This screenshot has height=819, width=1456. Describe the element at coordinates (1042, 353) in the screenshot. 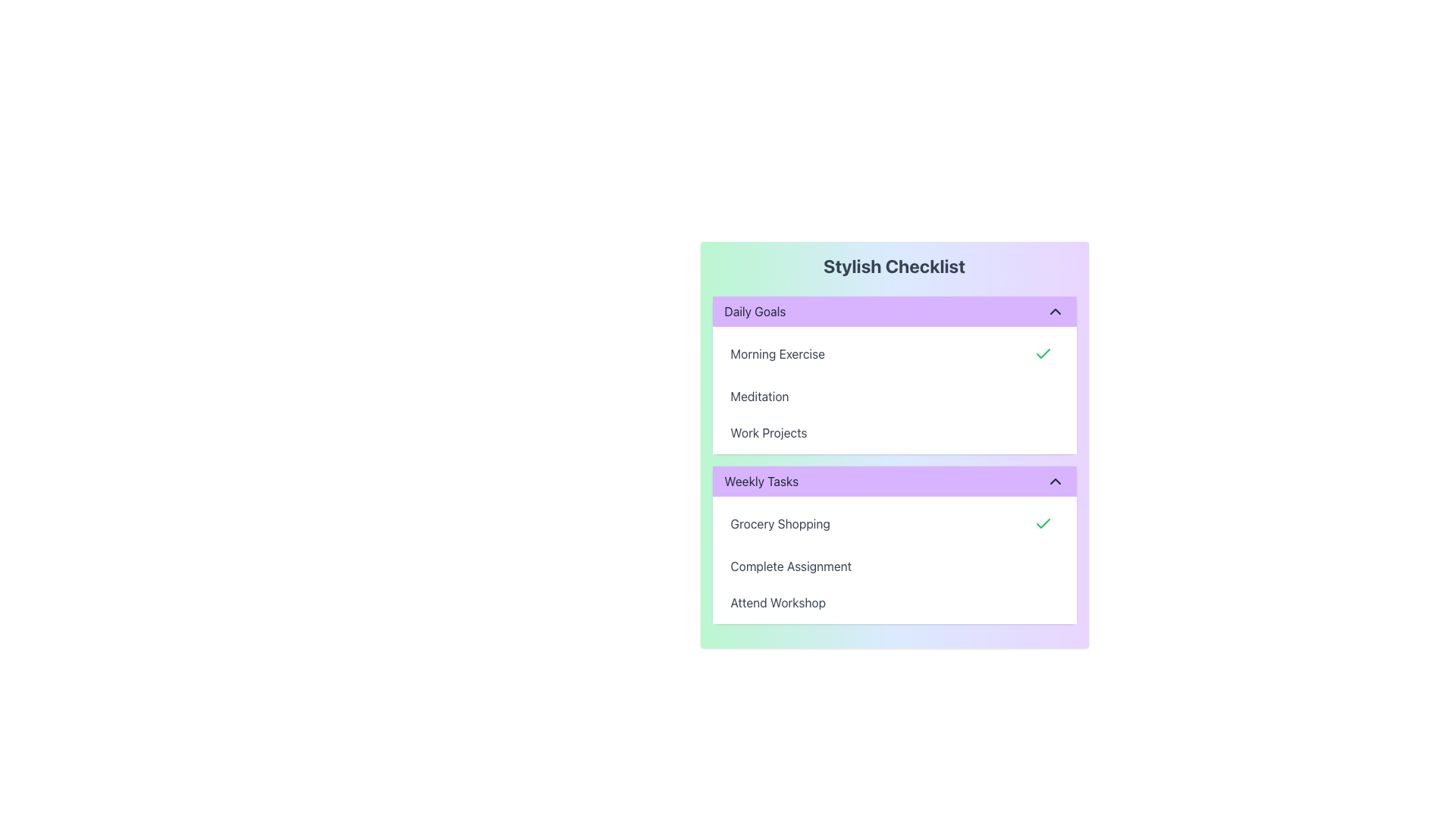

I see `the green check mark icon in the 'Weekly Tasks' section, which indicates the status of the 'Grocery Shopping' task` at that location.